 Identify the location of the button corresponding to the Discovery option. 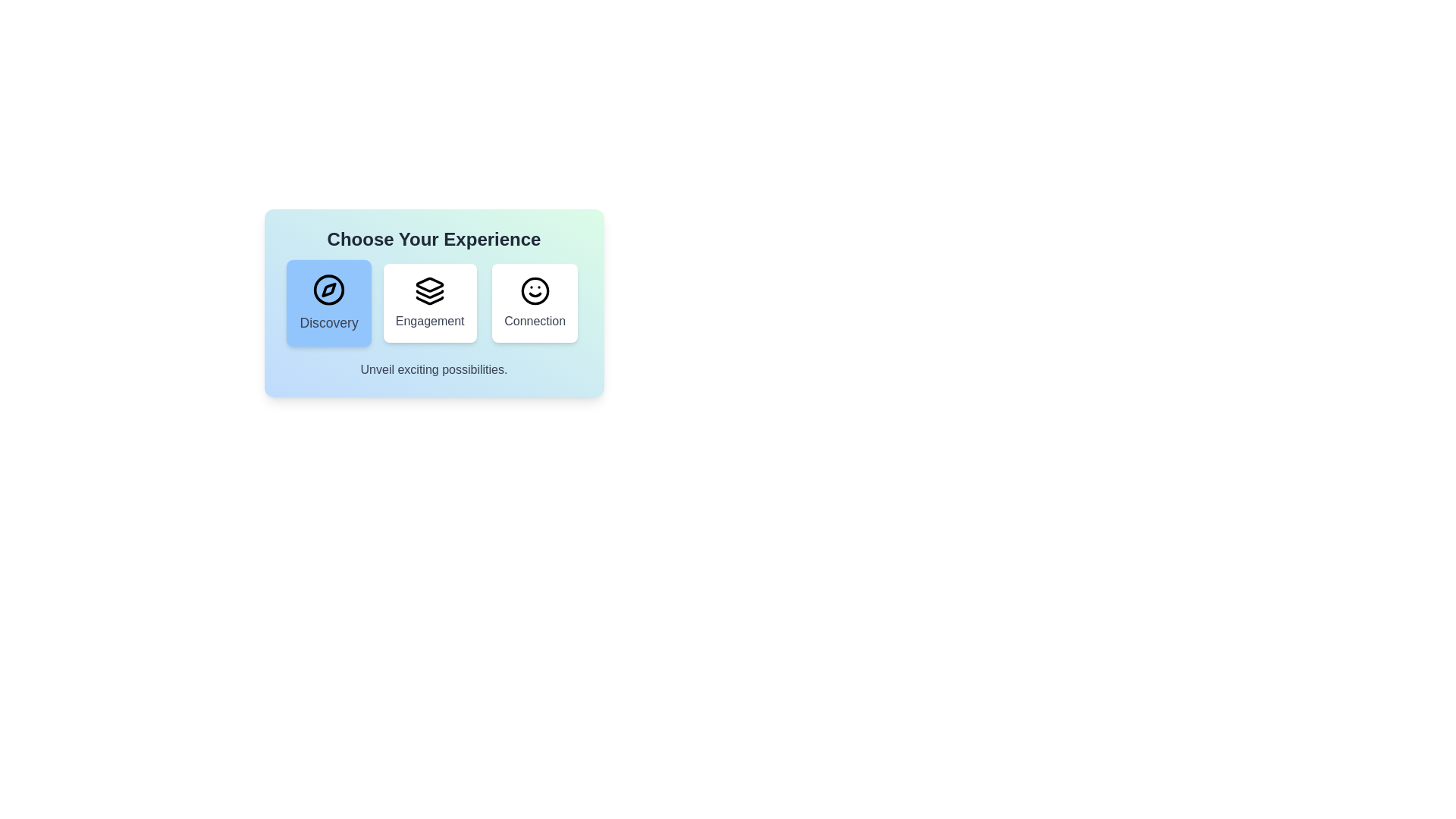
(328, 303).